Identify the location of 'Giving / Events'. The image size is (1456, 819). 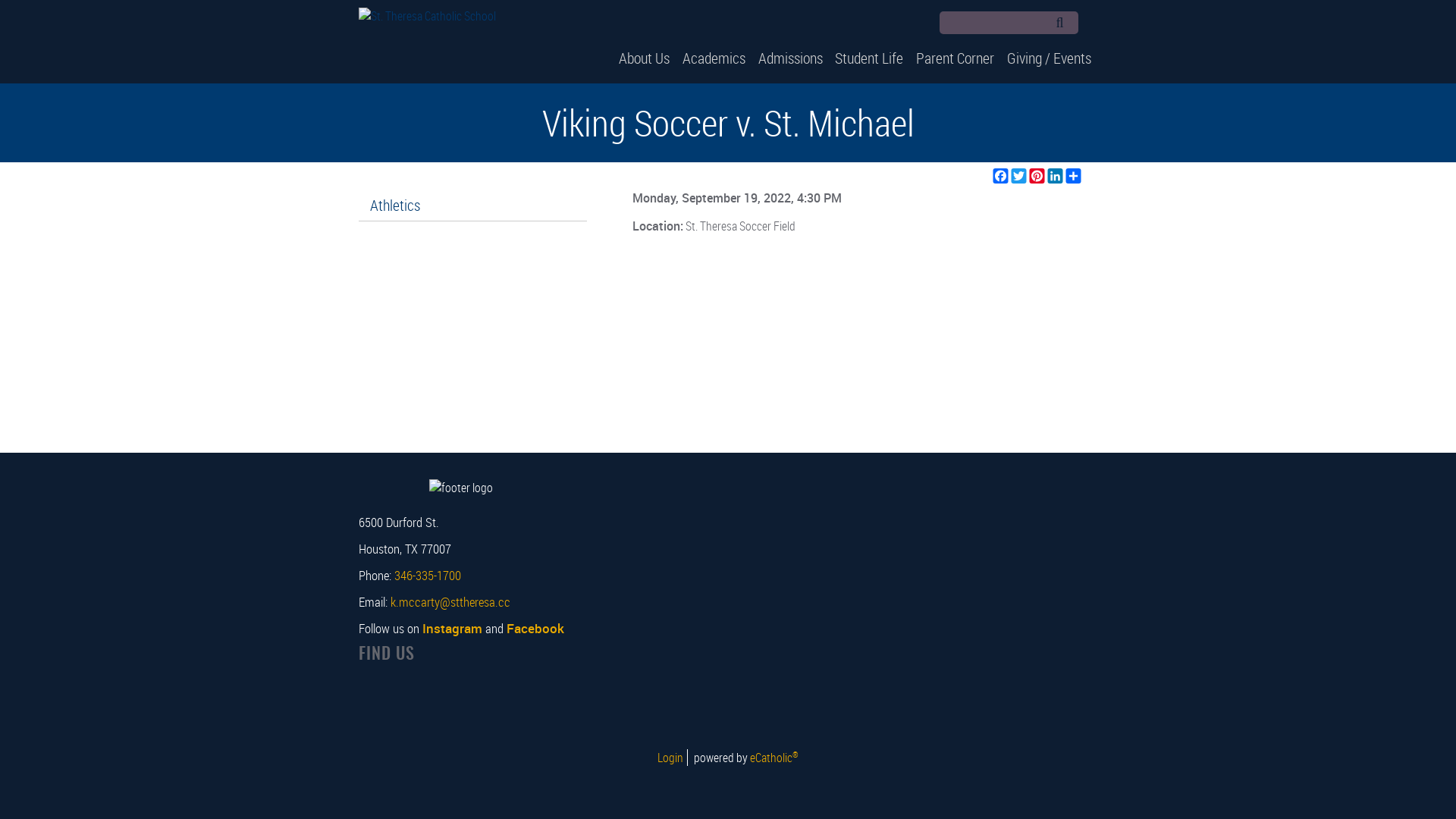
(1048, 57).